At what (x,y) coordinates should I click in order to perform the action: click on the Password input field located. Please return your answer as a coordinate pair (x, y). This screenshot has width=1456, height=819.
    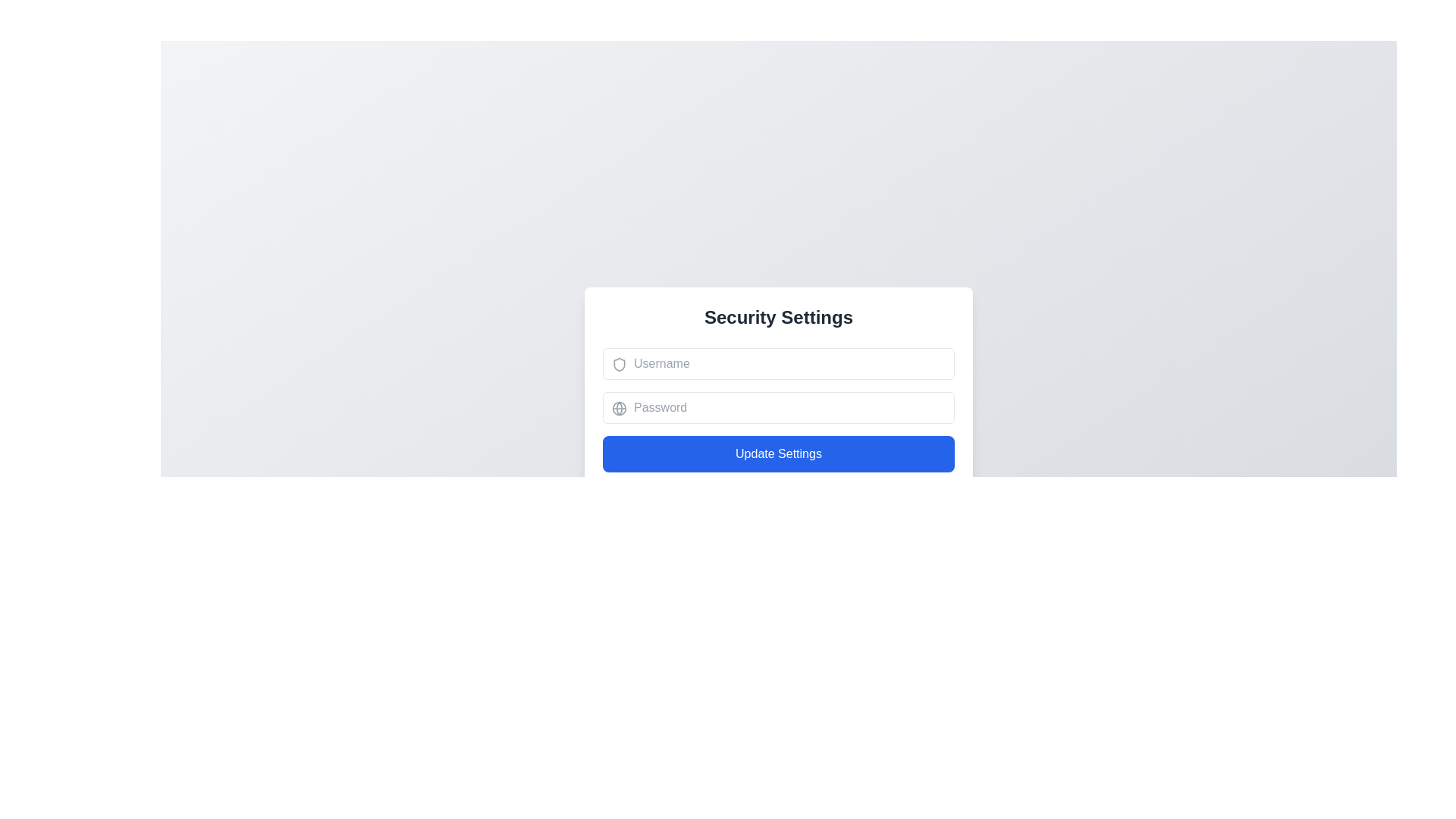
    Looking at the image, I should click on (779, 406).